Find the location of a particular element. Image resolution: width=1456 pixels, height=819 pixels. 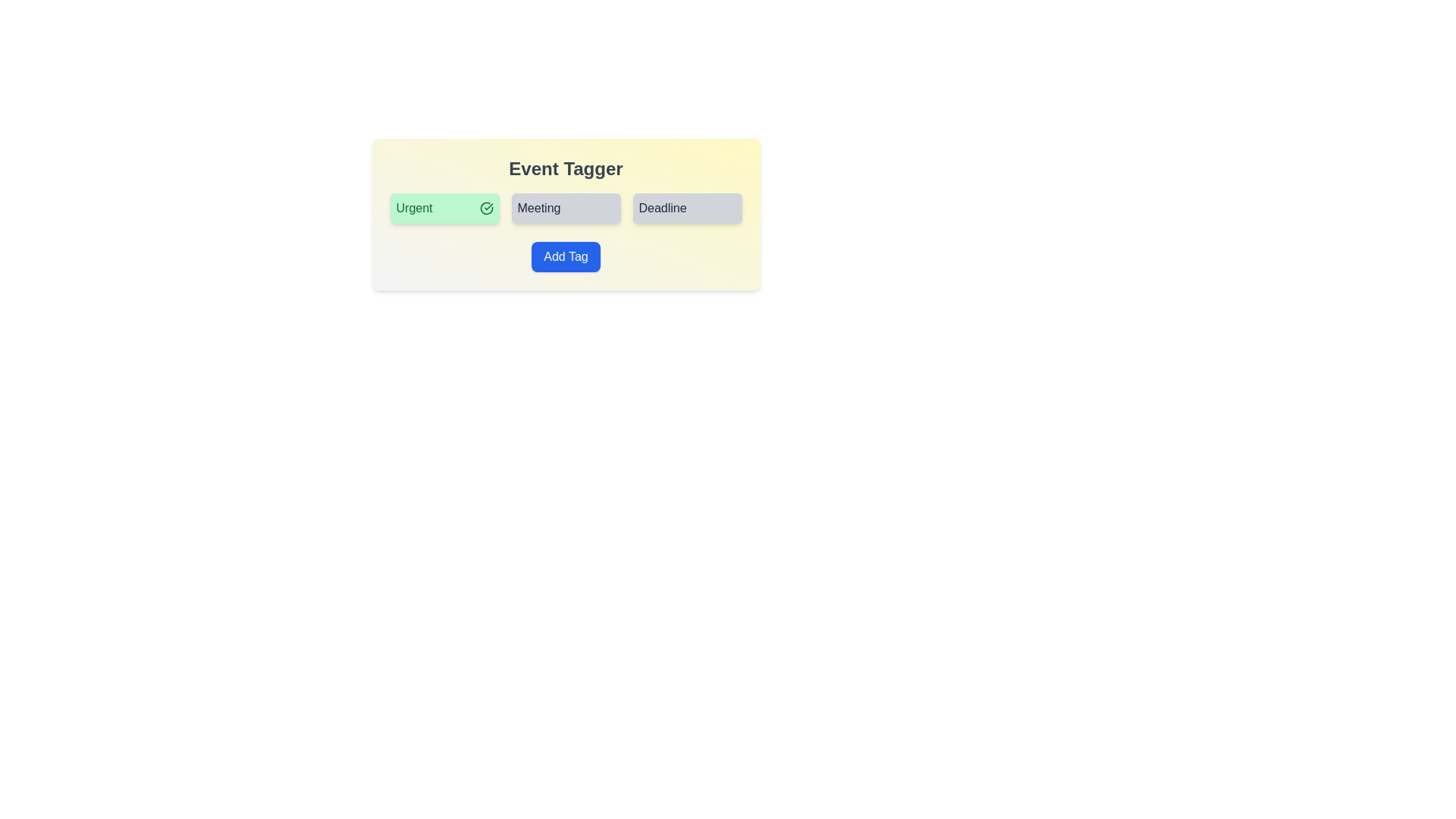

the tag Urgent to toggle its state is located at coordinates (444, 208).